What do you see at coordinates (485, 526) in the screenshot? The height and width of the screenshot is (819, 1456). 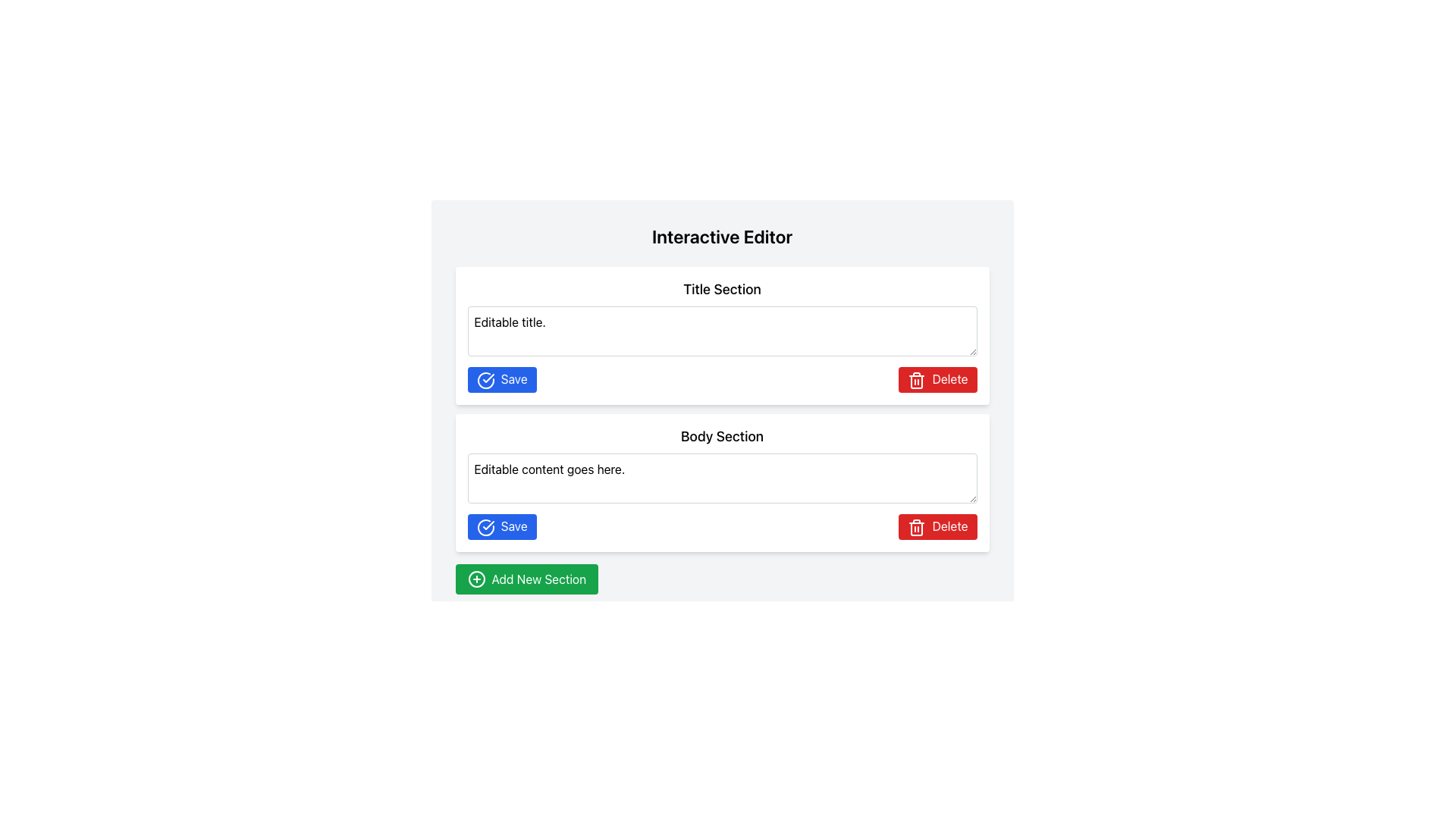 I see `the checkmark icon within the blue circular shape, which is part of the 'Save' button, located to the left of the button text` at bounding box center [485, 526].